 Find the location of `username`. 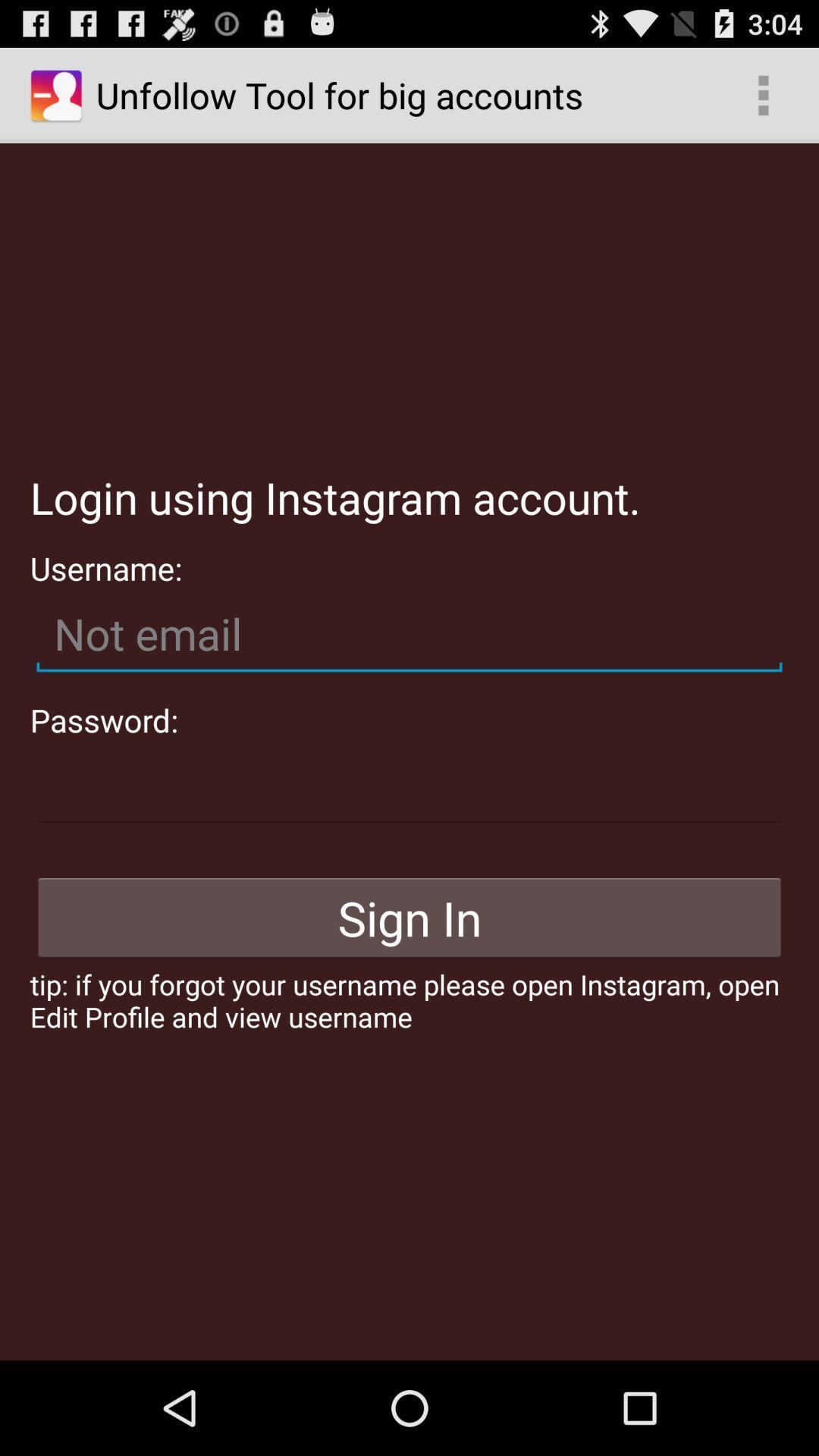

username is located at coordinates (409, 634).